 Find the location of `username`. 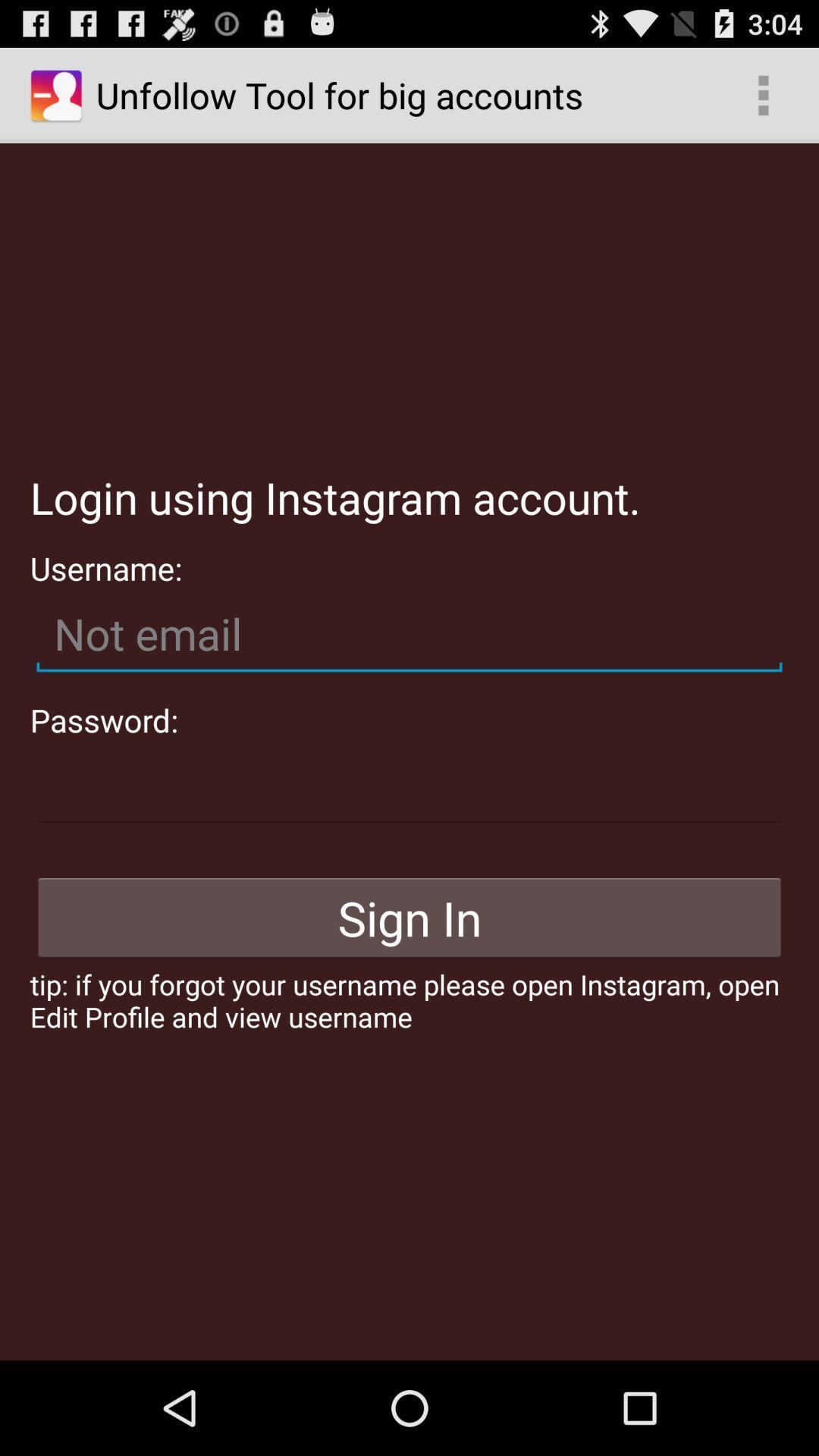

username is located at coordinates (409, 634).